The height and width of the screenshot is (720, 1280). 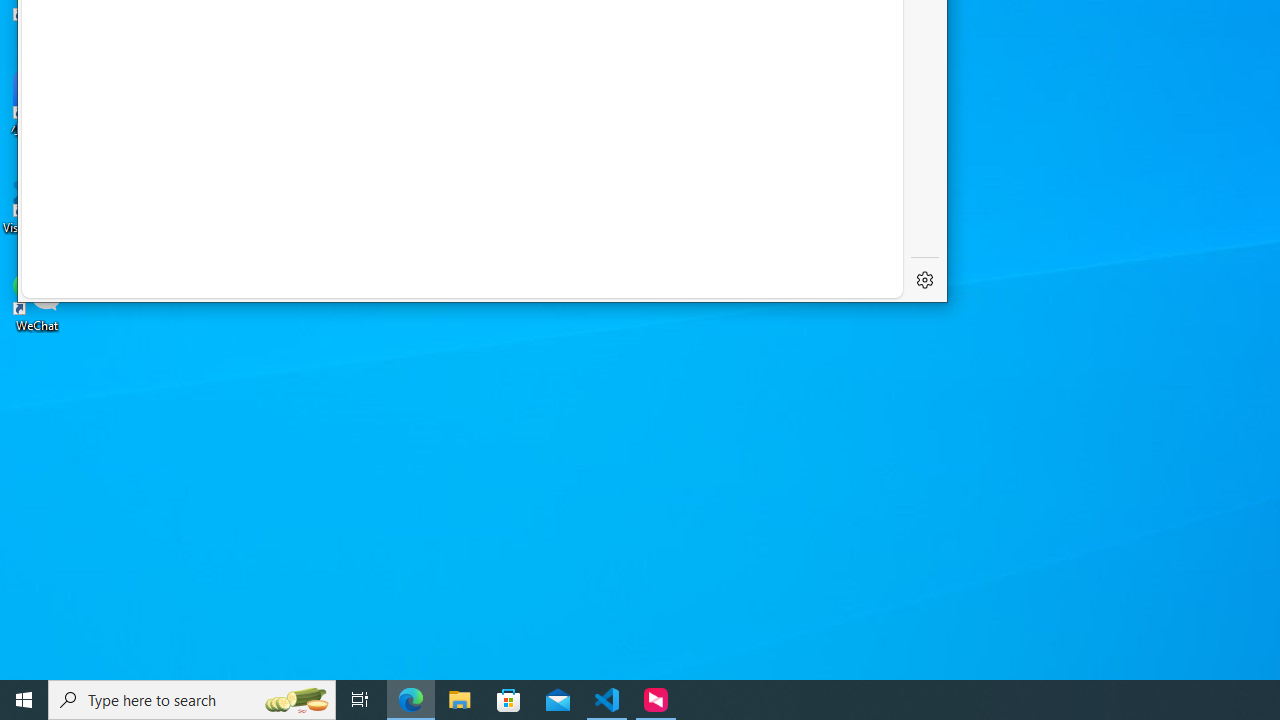 What do you see at coordinates (294, 698) in the screenshot?
I see `'Search highlights icon opens search home window'` at bounding box center [294, 698].